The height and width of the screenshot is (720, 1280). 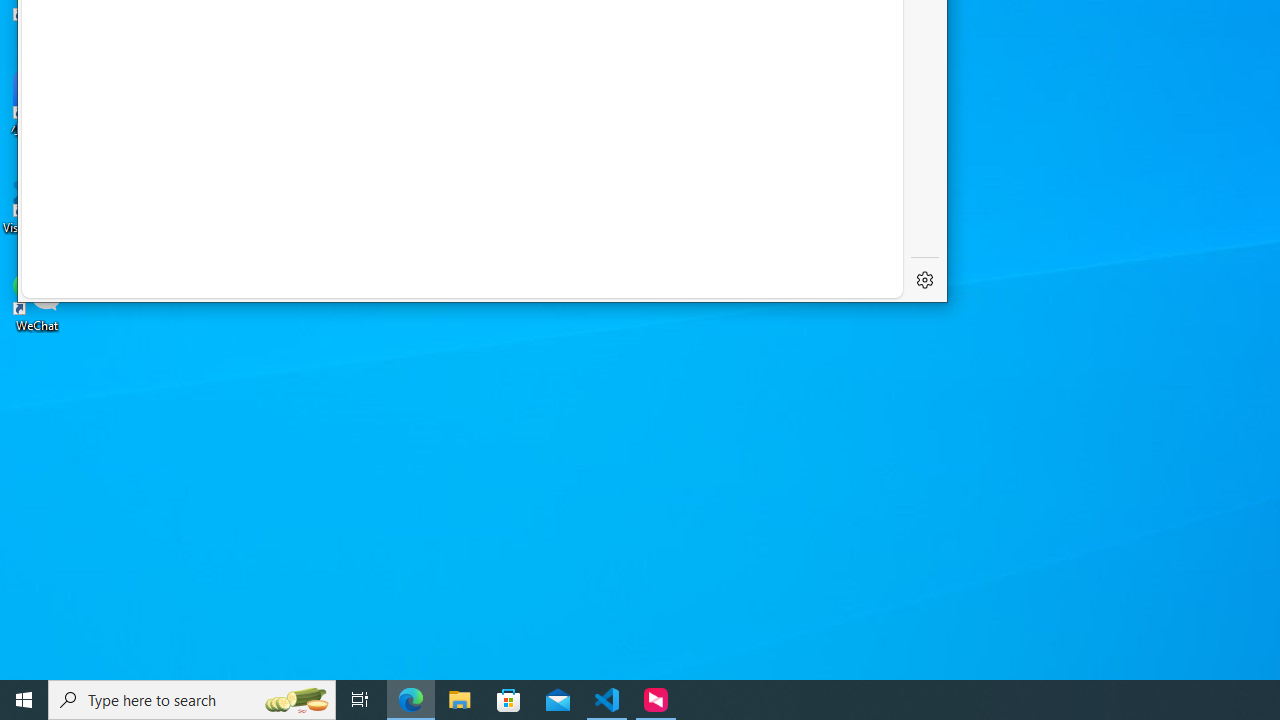 What do you see at coordinates (294, 698) in the screenshot?
I see `'Search highlights icon opens search home window'` at bounding box center [294, 698].